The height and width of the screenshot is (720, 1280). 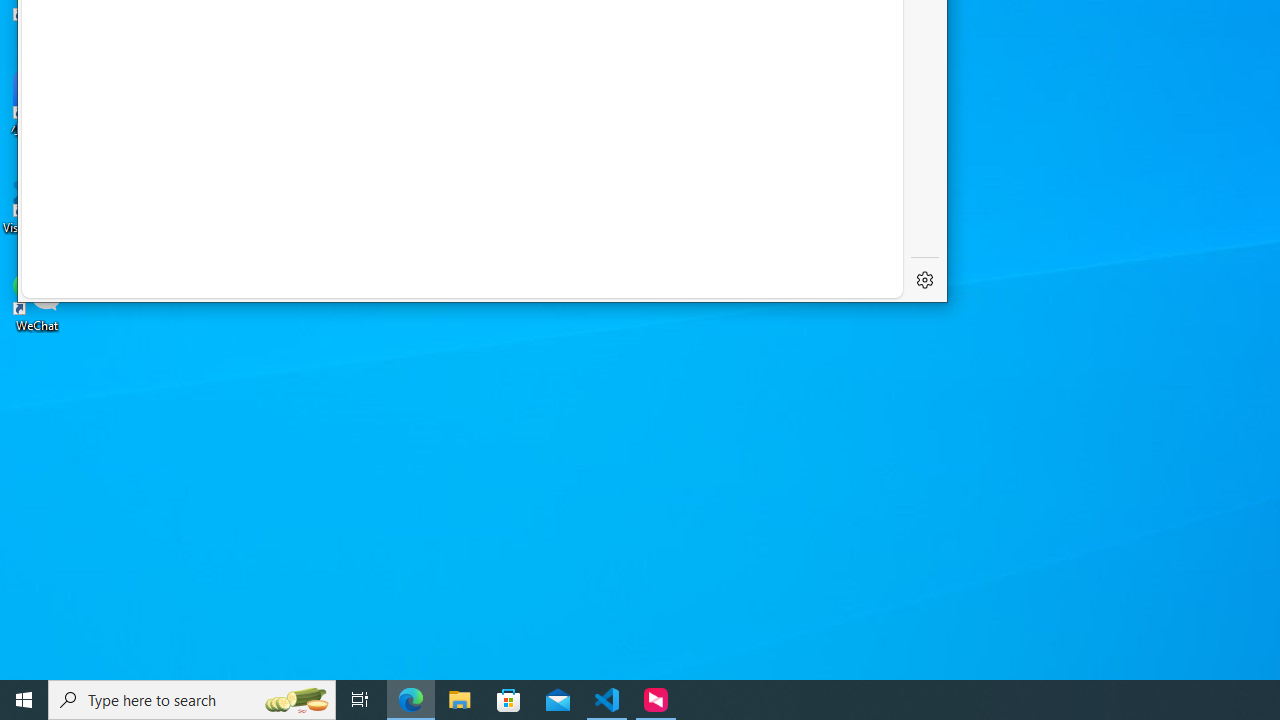 What do you see at coordinates (294, 698) in the screenshot?
I see `'Search highlights icon opens search home window'` at bounding box center [294, 698].